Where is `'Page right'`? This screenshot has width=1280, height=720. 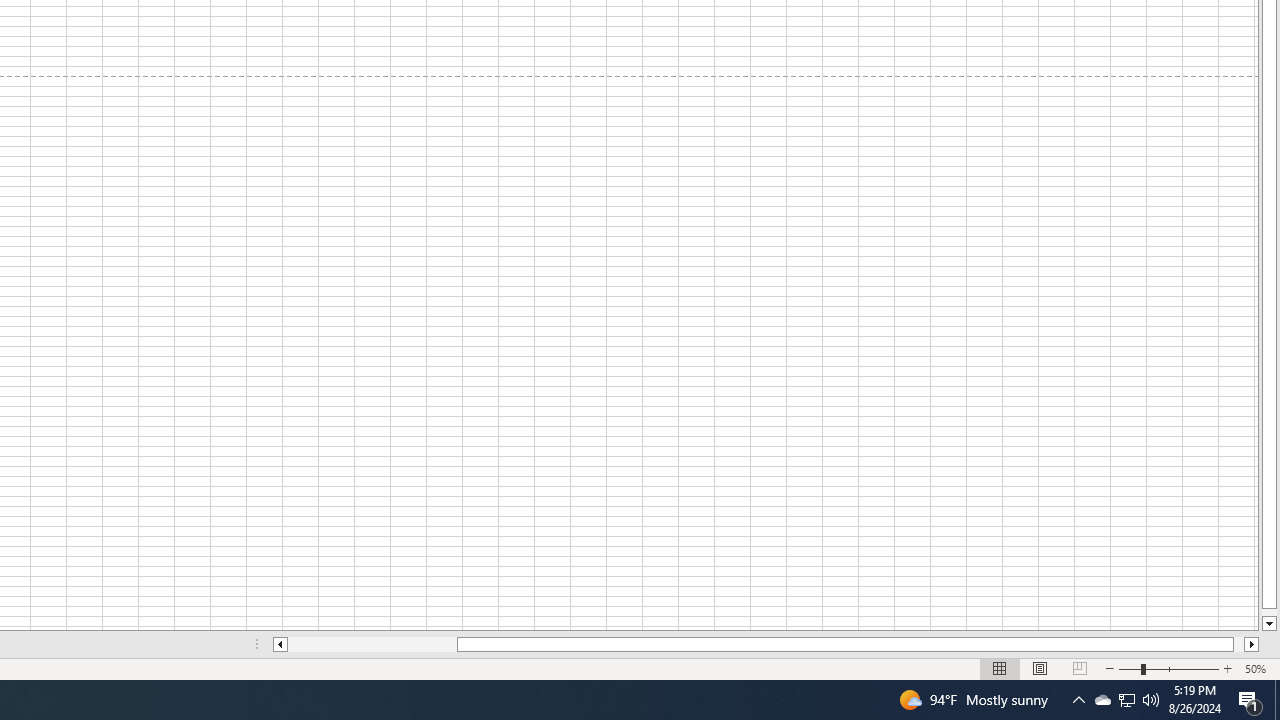
'Page right' is located at coordinates (1238, 644).